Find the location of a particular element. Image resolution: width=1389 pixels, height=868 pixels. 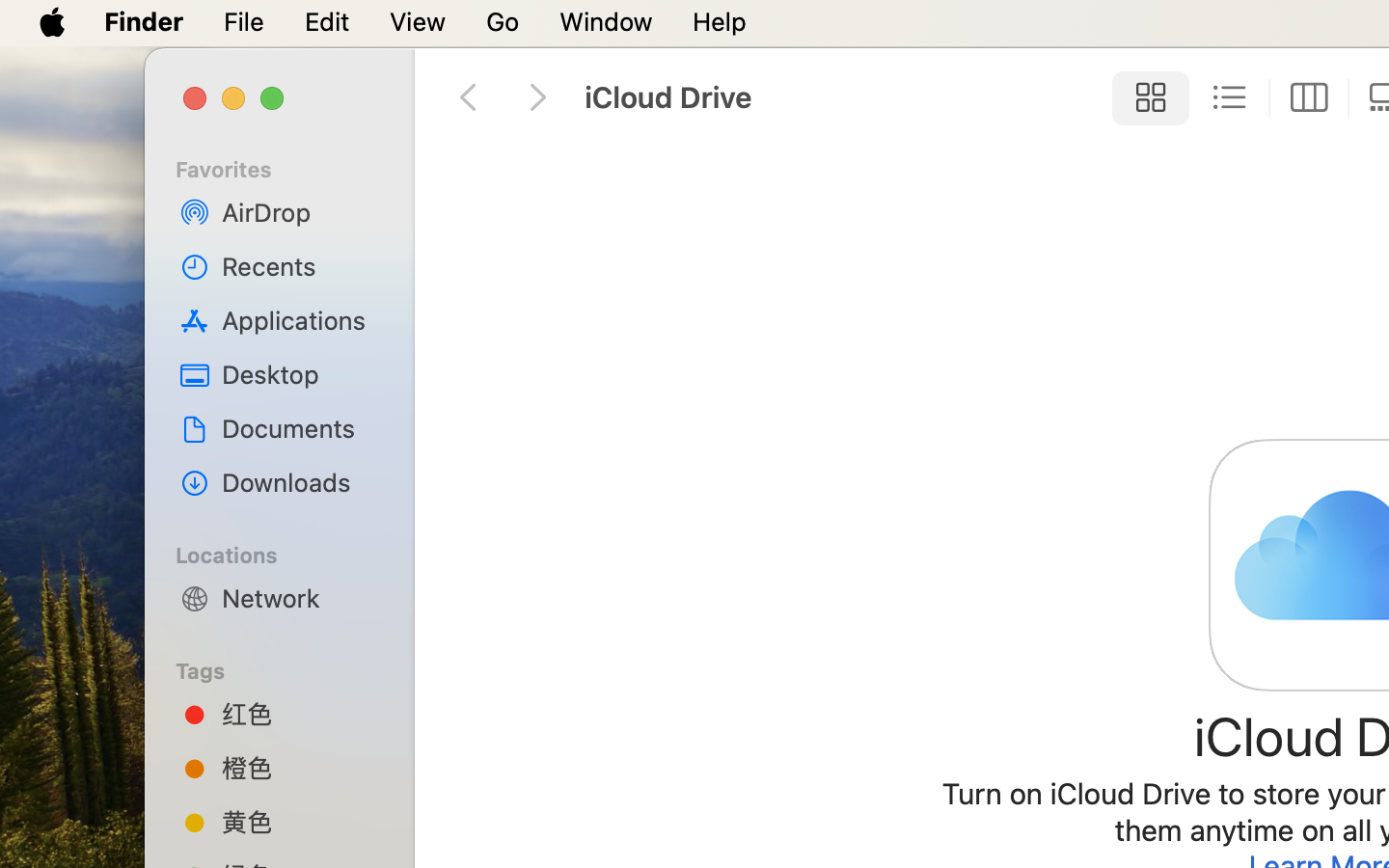

'橙色' is located at coordinates (300, 767).